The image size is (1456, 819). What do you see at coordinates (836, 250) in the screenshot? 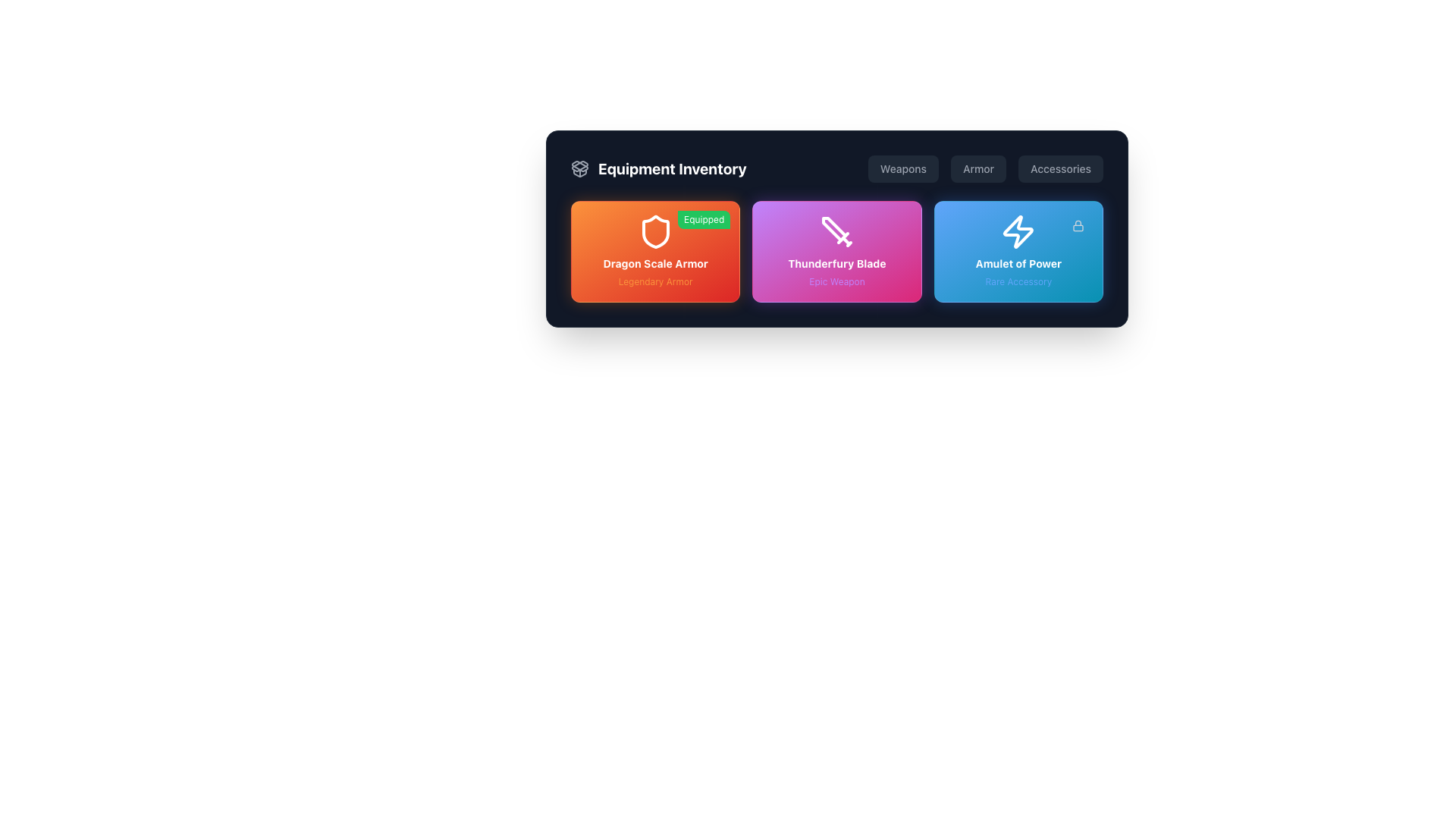
I see `to select the 'Thunderfury Blade' informational card, which is the middle card in a row of three cards in the inventory UI` at bounding box center [836, 250].